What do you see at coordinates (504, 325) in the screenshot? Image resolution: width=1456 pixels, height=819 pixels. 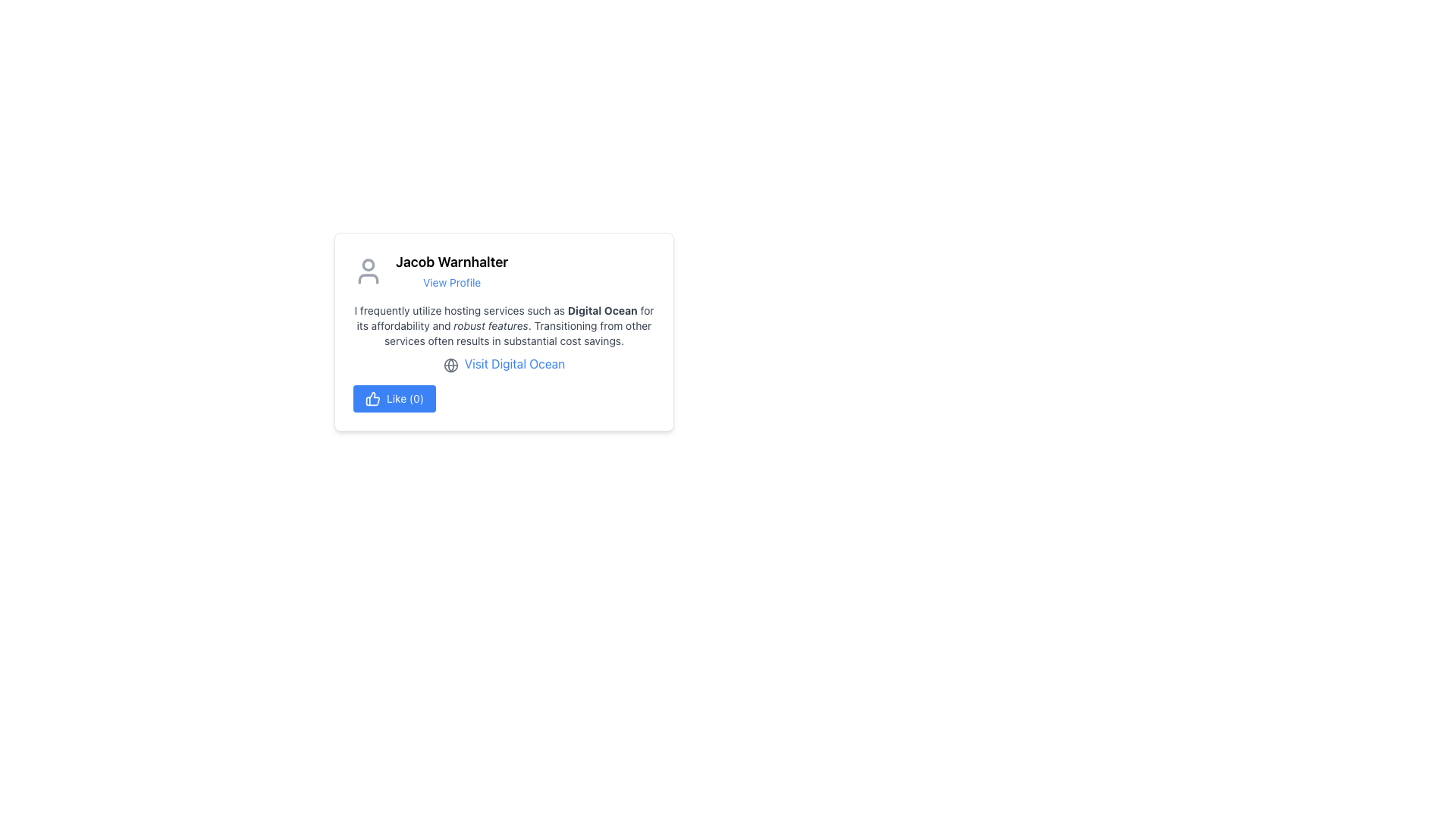 I see `the testimonial text content within the white, rounded-corner card that describes personal hosting services, associated with Jacob Warnhalter's profile` at bounding box center [504, 325].